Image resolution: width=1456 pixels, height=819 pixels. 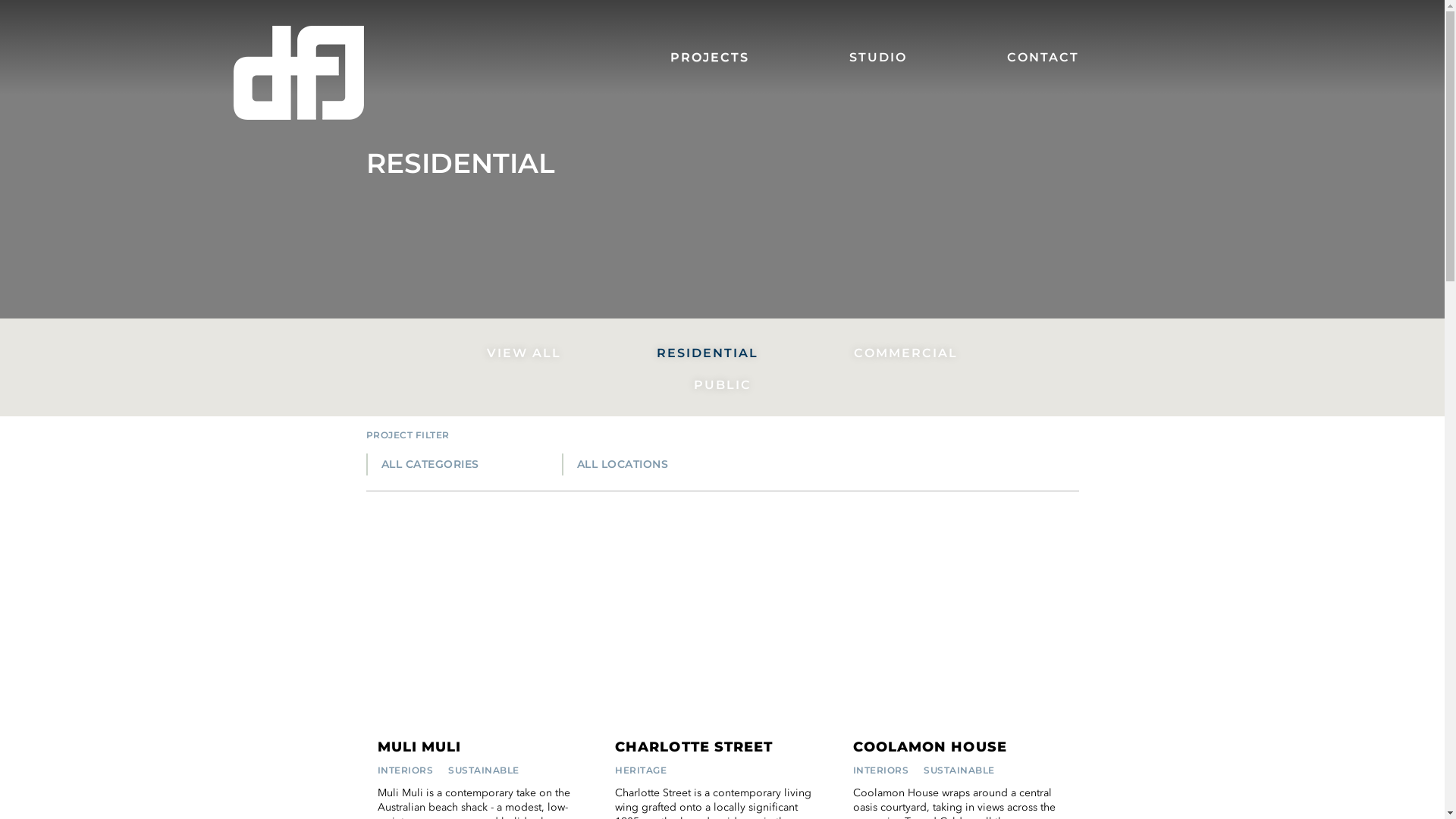 What do you see at coordinates (378, 746) in the screenshot?
I see `'MULI MULI'` at bounding box center [378, 746].